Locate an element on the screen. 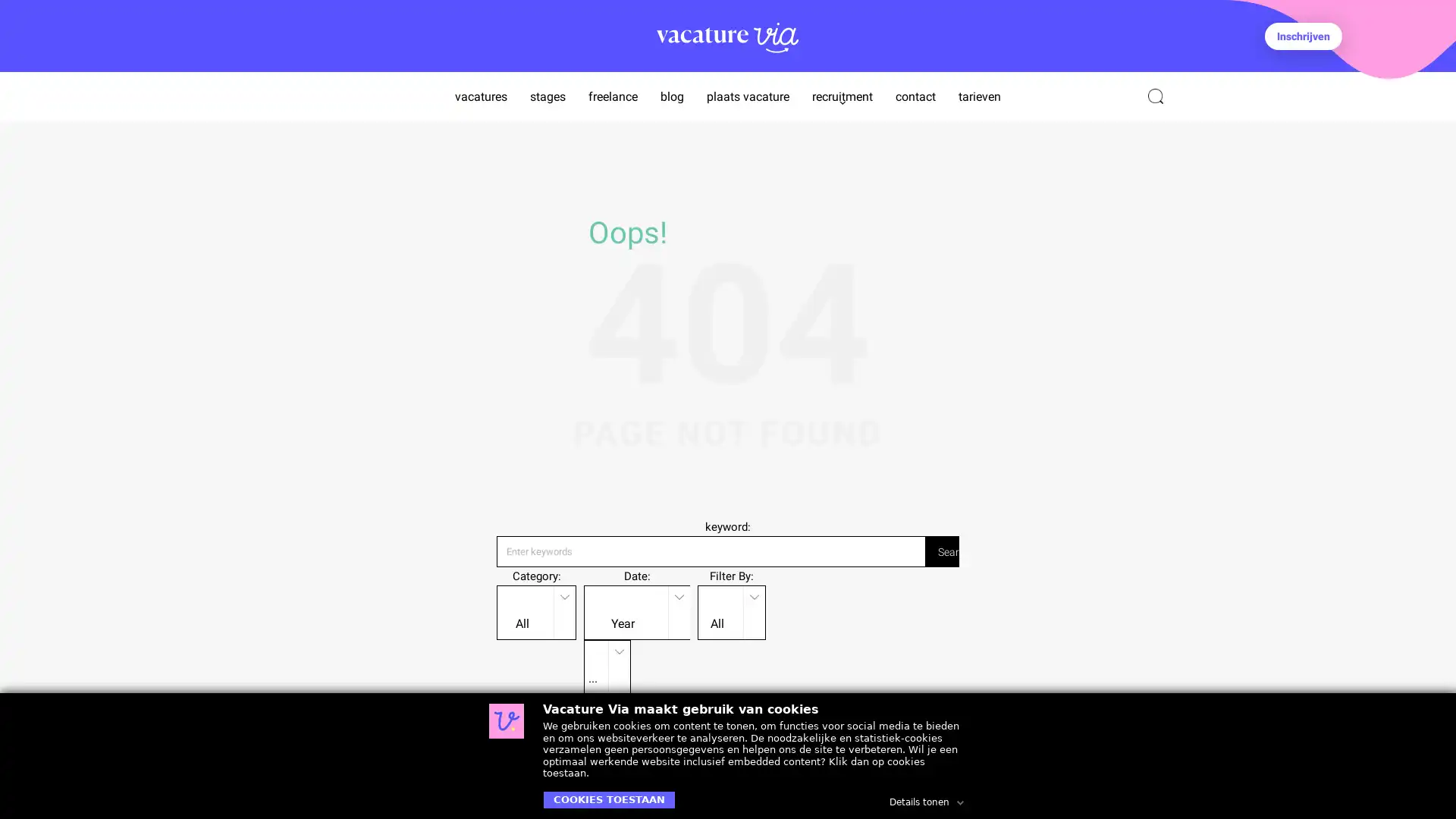  ... ... is located at coordinates (607, 666).